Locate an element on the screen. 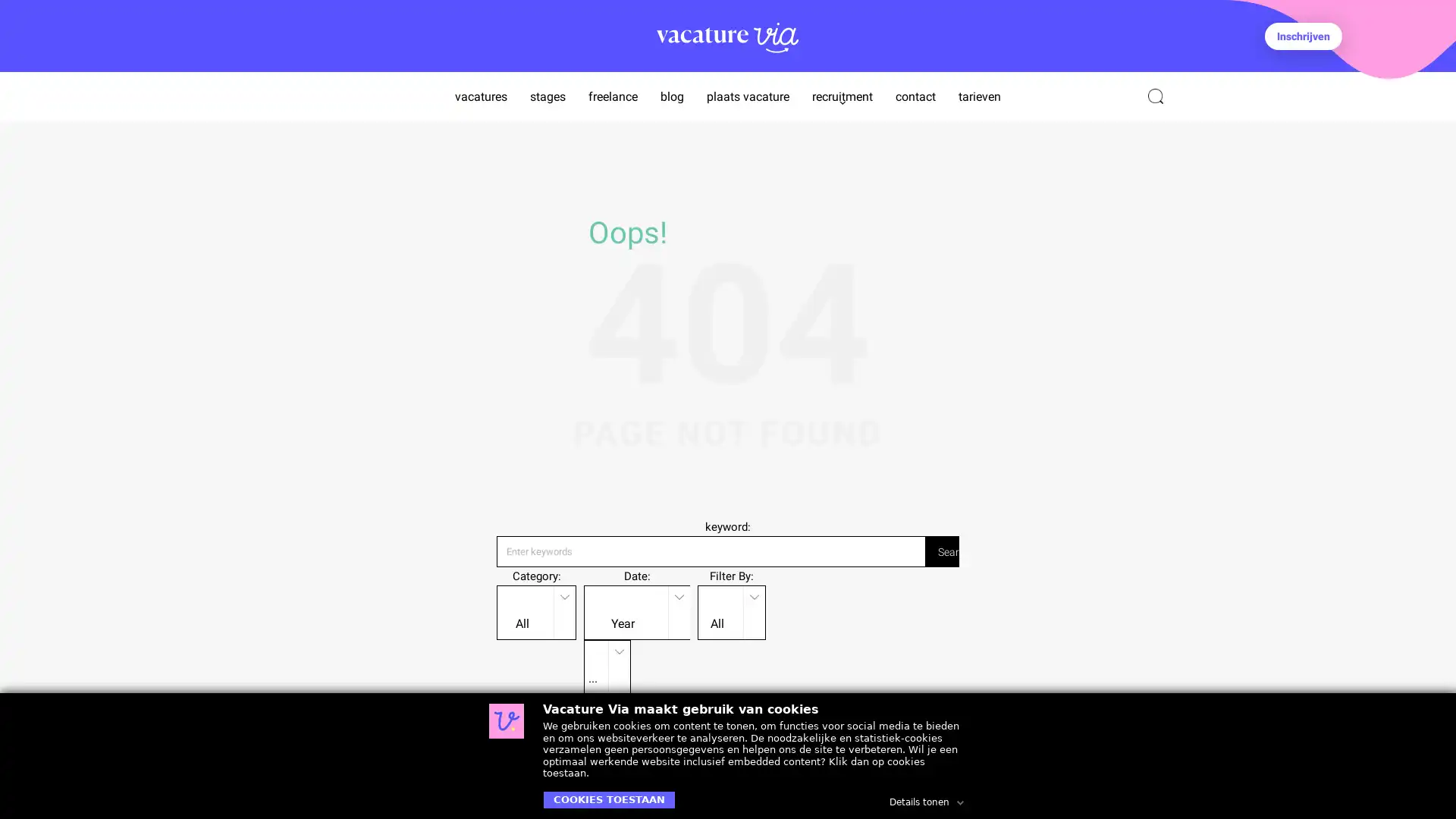  ... ... is located at coordinates (607, 666).